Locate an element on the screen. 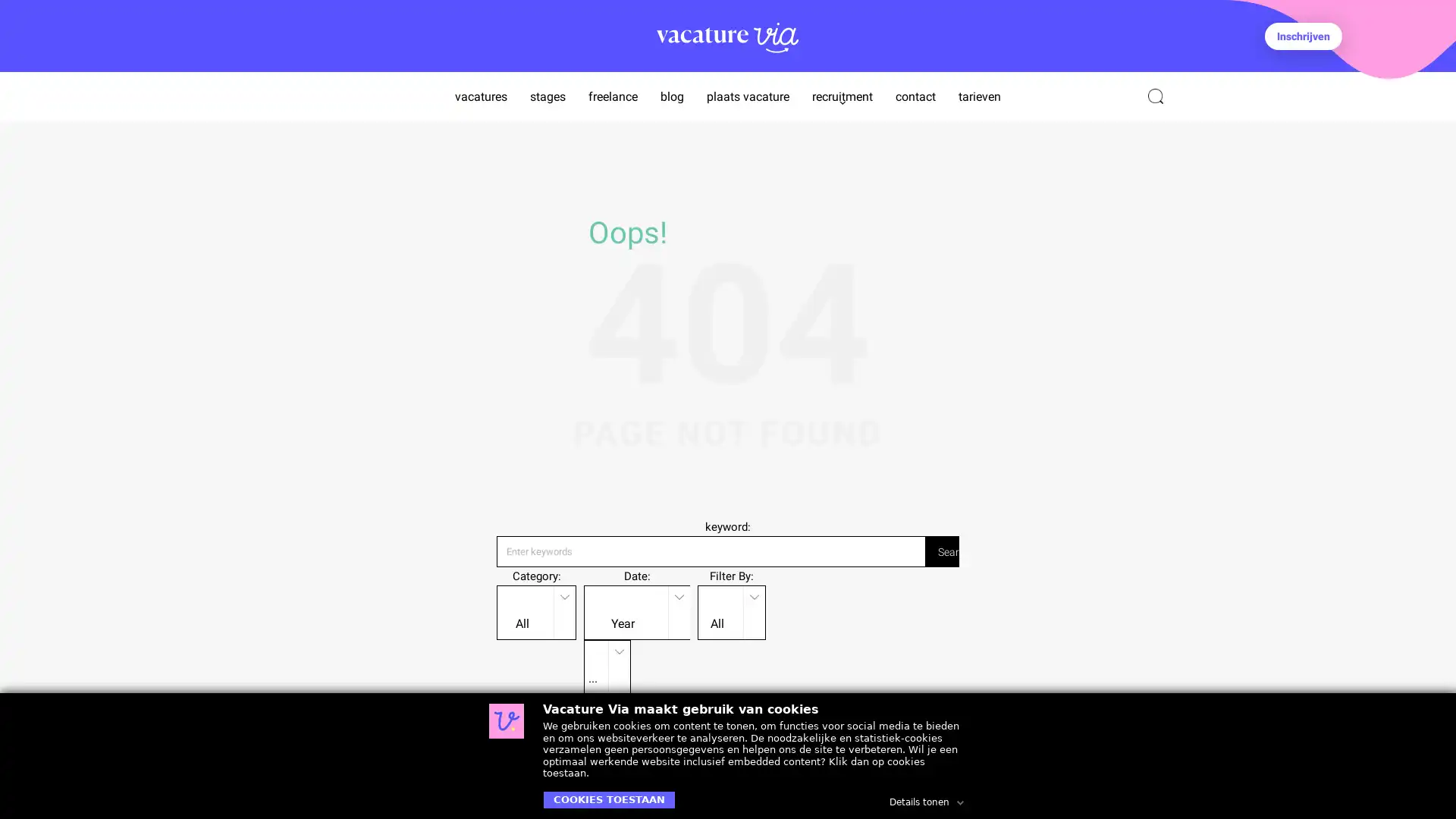  ... ... is located at coordinates (607, 666).